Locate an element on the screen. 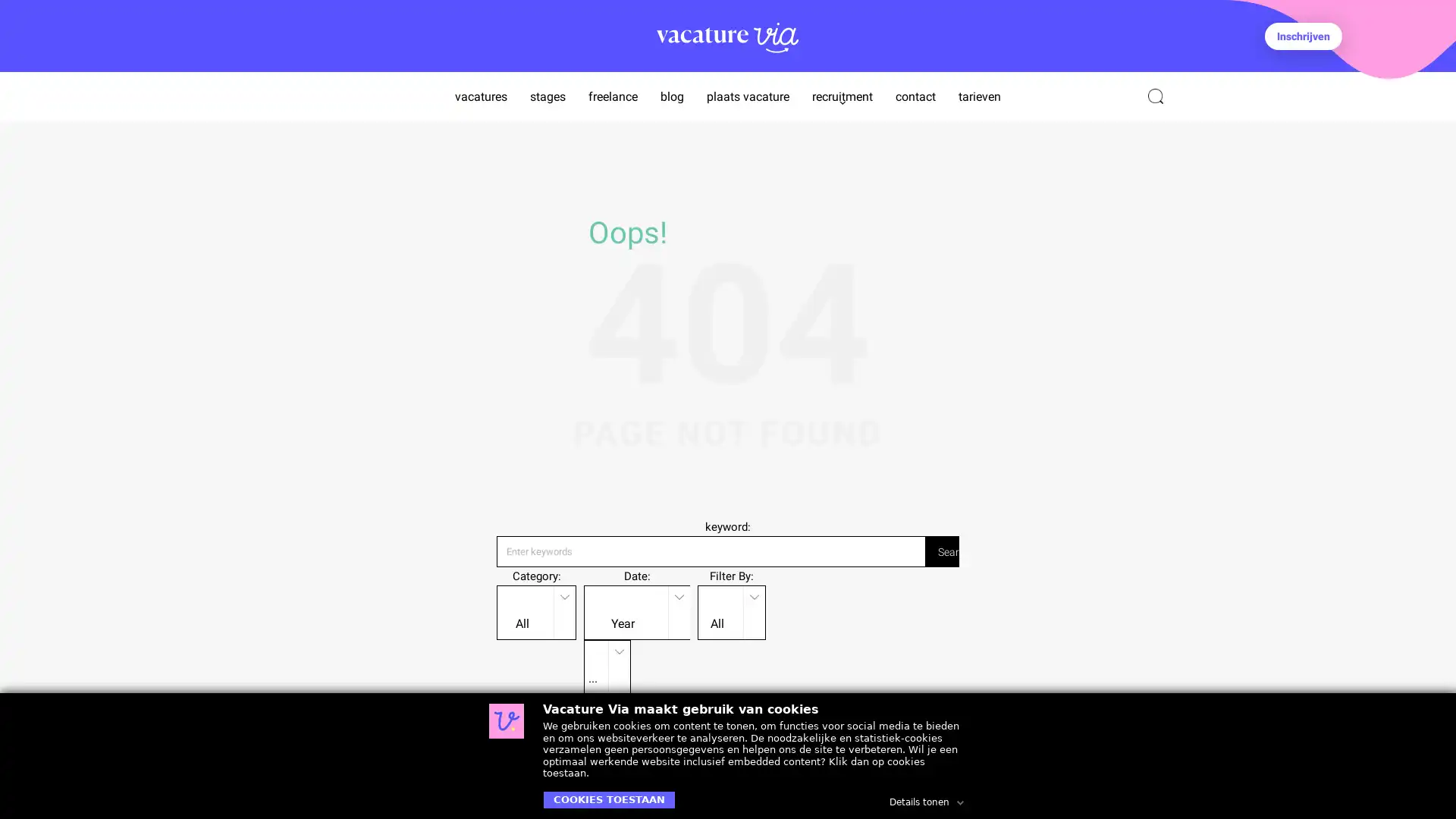  ... ... is located at coordinates (607, 666).